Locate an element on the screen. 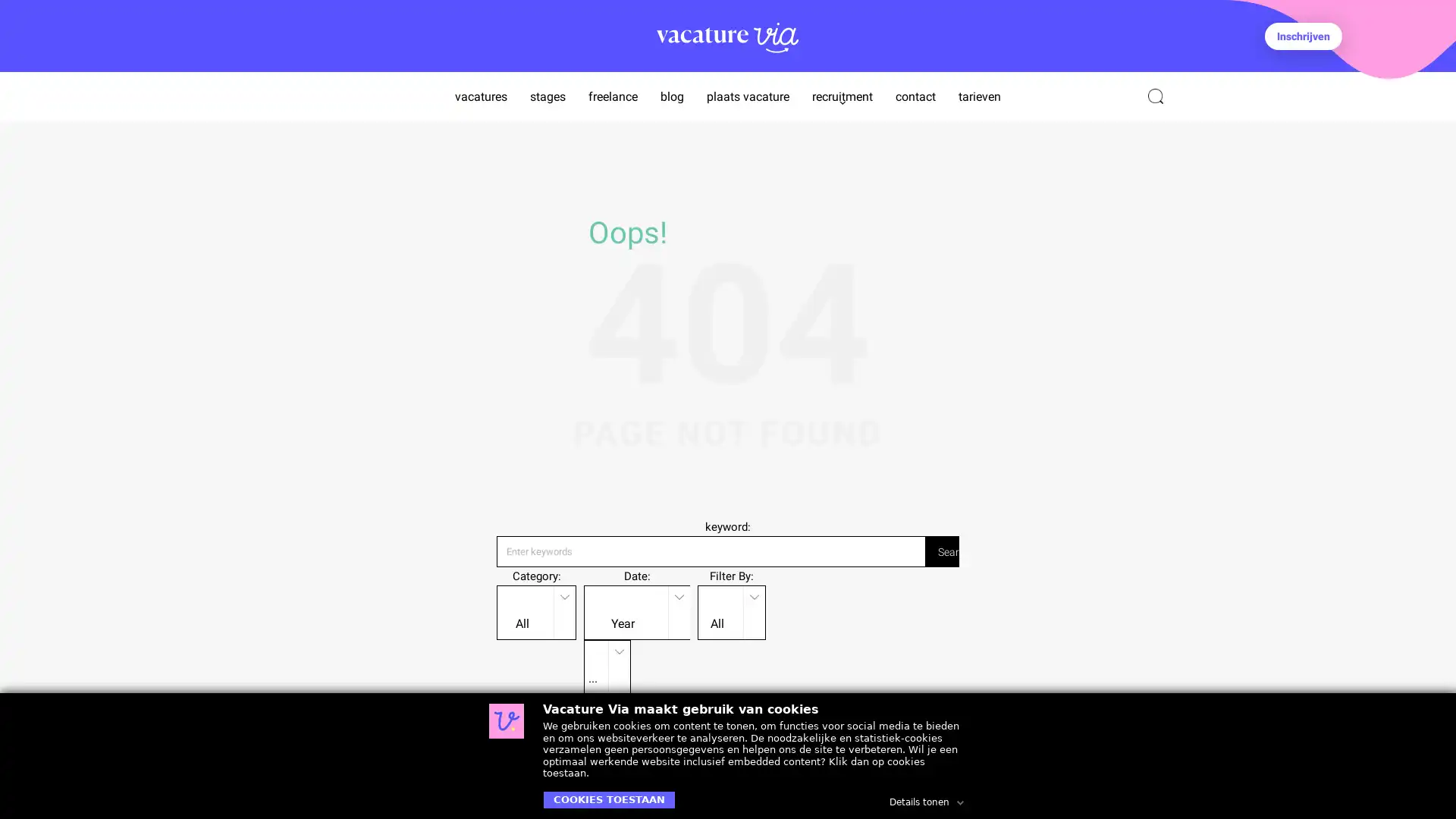  ... ... is located at coordinates (607, 666).